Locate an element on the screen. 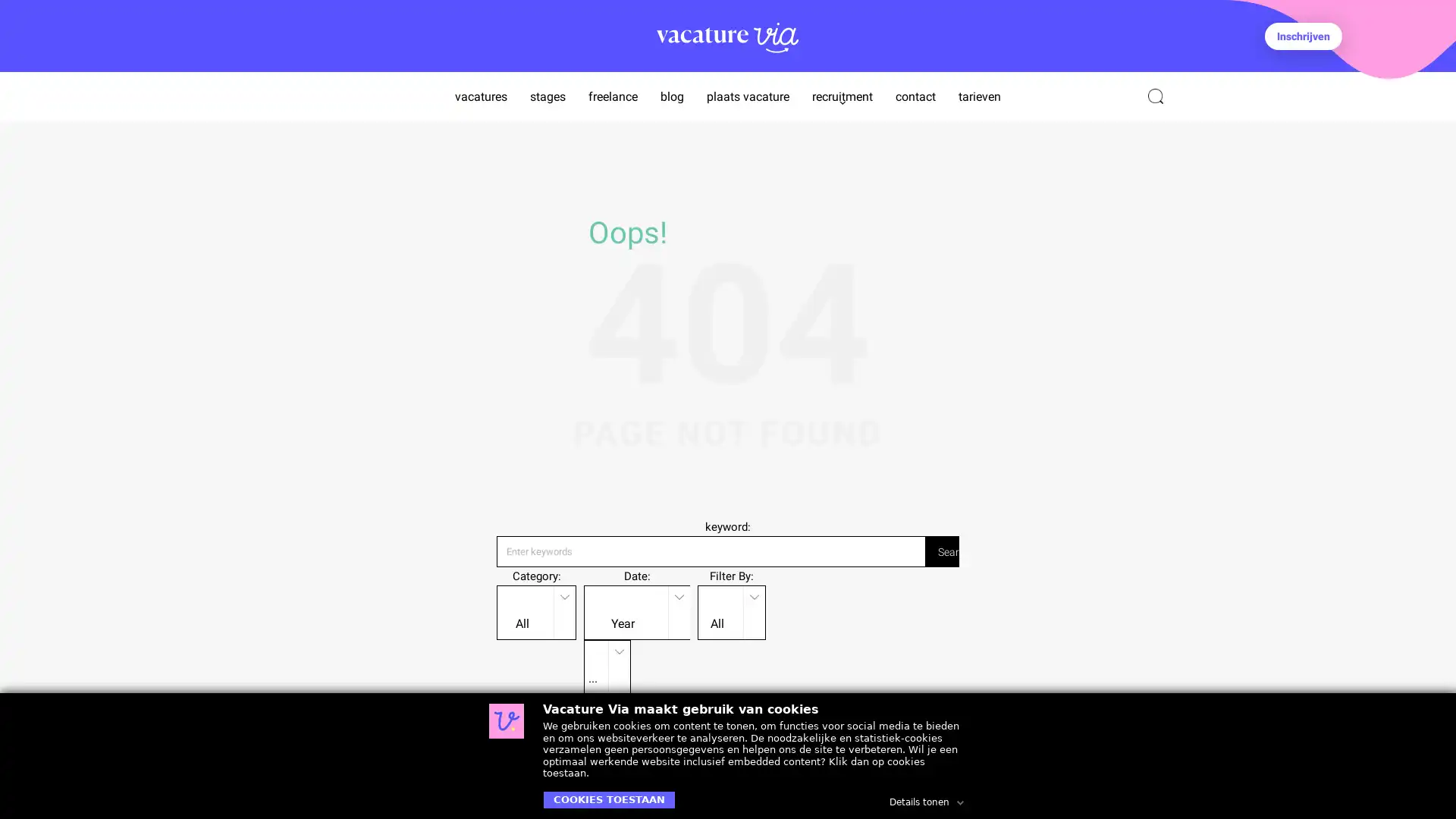  ... ... is located at coordinates (607, 666).